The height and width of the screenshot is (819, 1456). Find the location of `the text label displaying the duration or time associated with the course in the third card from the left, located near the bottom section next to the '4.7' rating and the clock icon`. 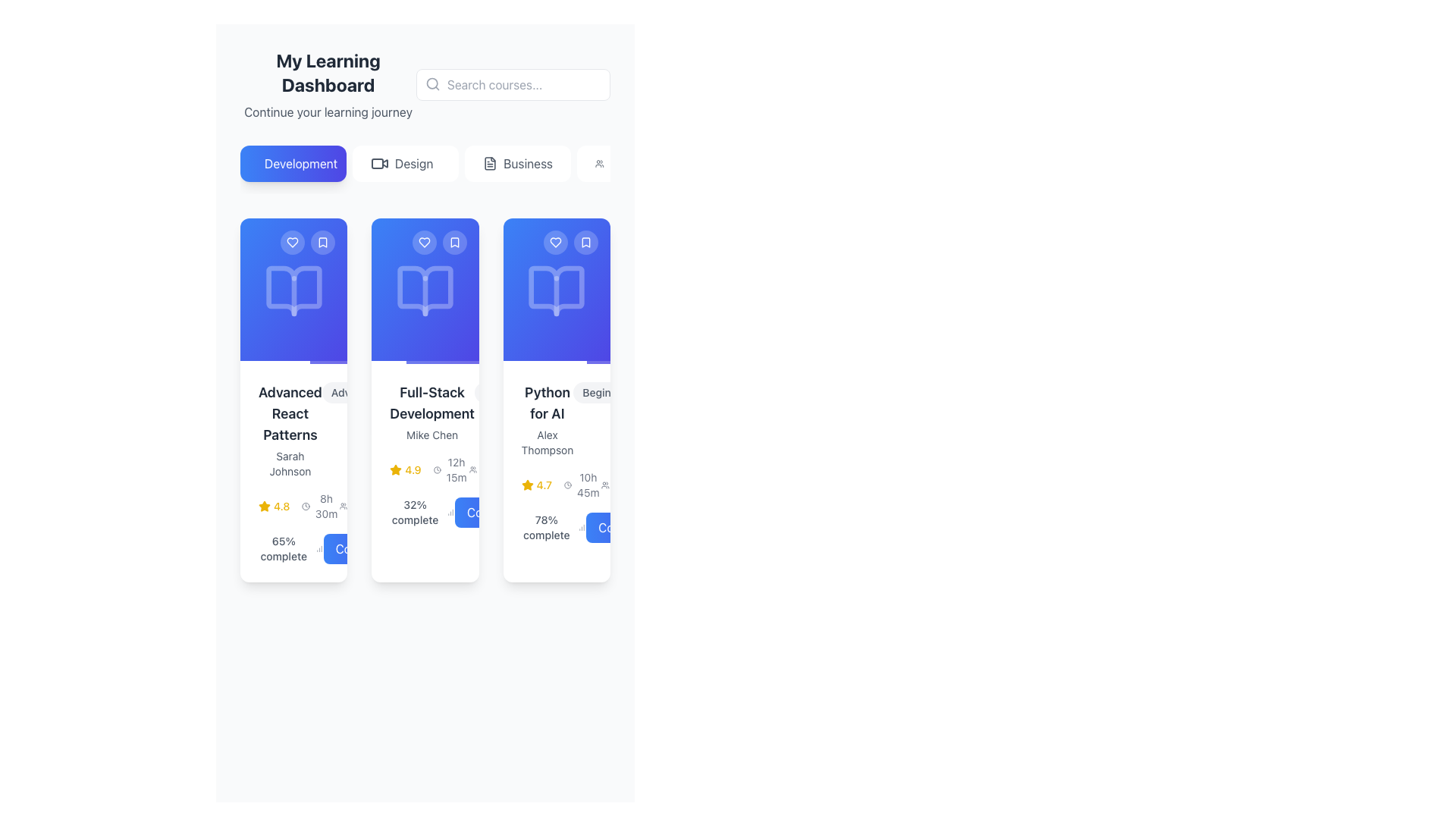

the text label displaying the duration or time associated with the course in the third card from the left, located near the bottom section next to the '4.7' rating and the clock icon is located at coordinates (582, 485).